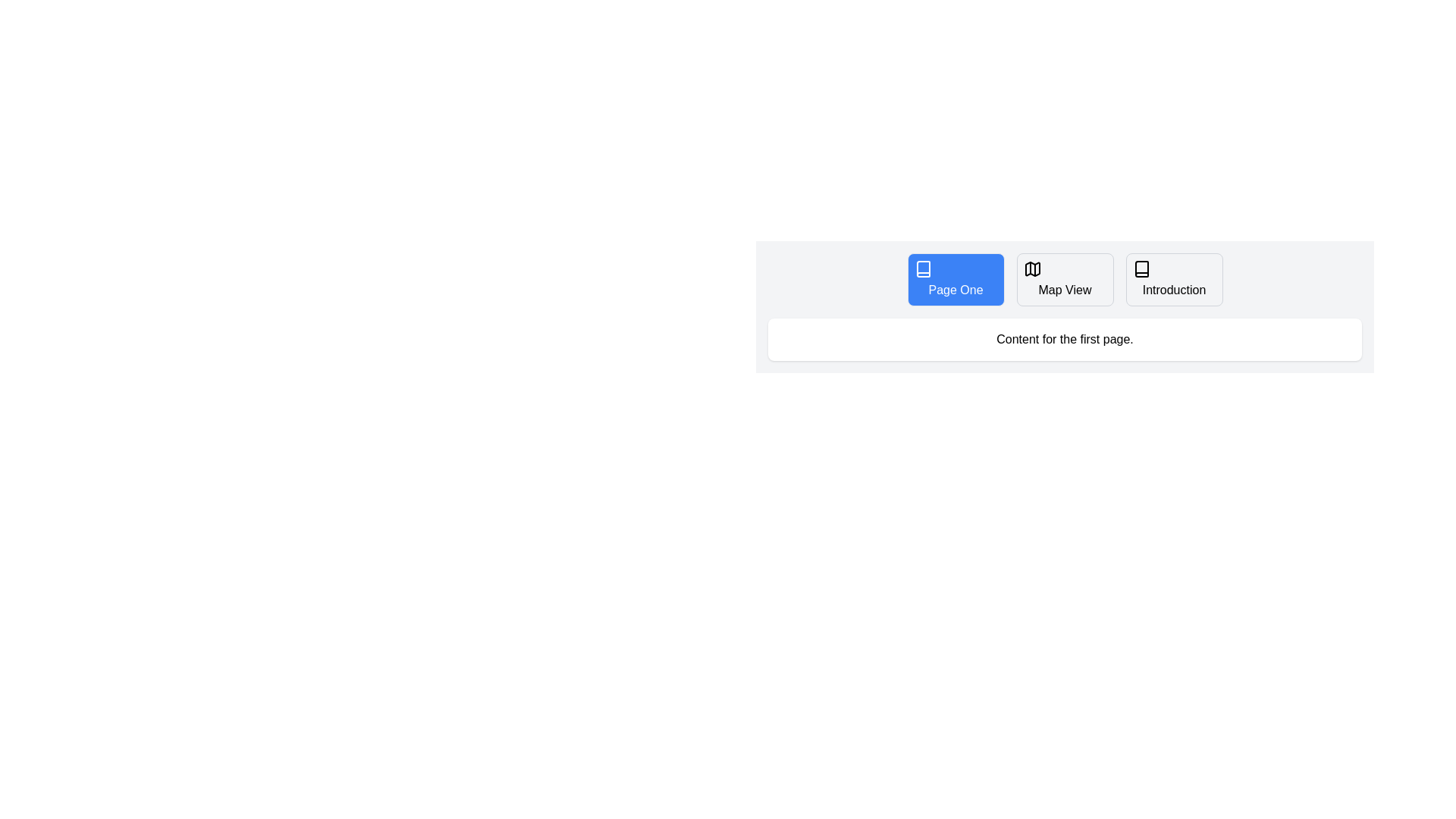 This screenshot has height=819, width=1456. Describe the element at coordinates (1173, 280) in the screenshot. I see `the 'Introduction' button, which is the third button in a row of three at the top center of the page, to possibly display a tooltip` at that location.